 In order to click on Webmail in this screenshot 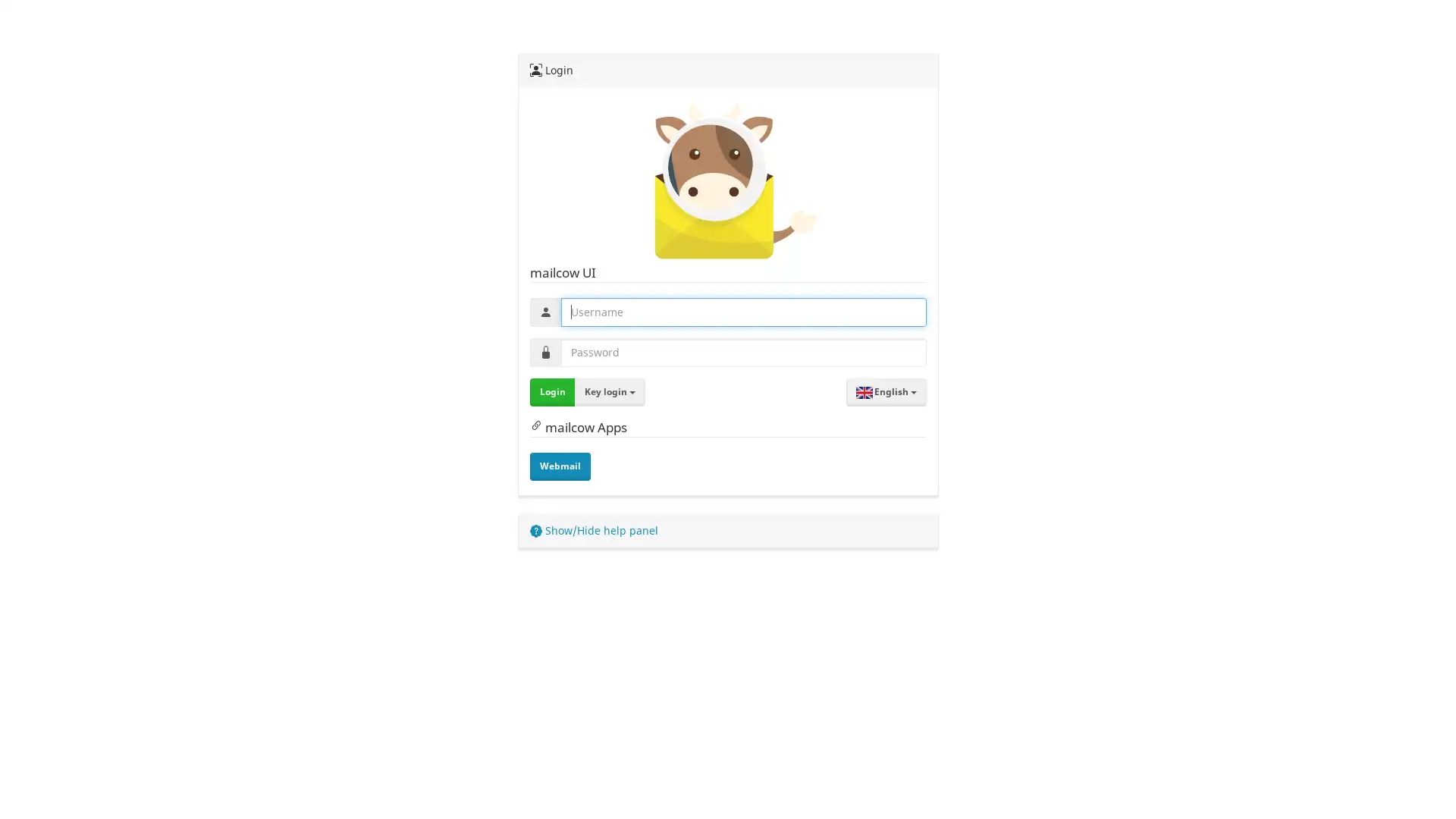, I will do `click(559, 466)`.